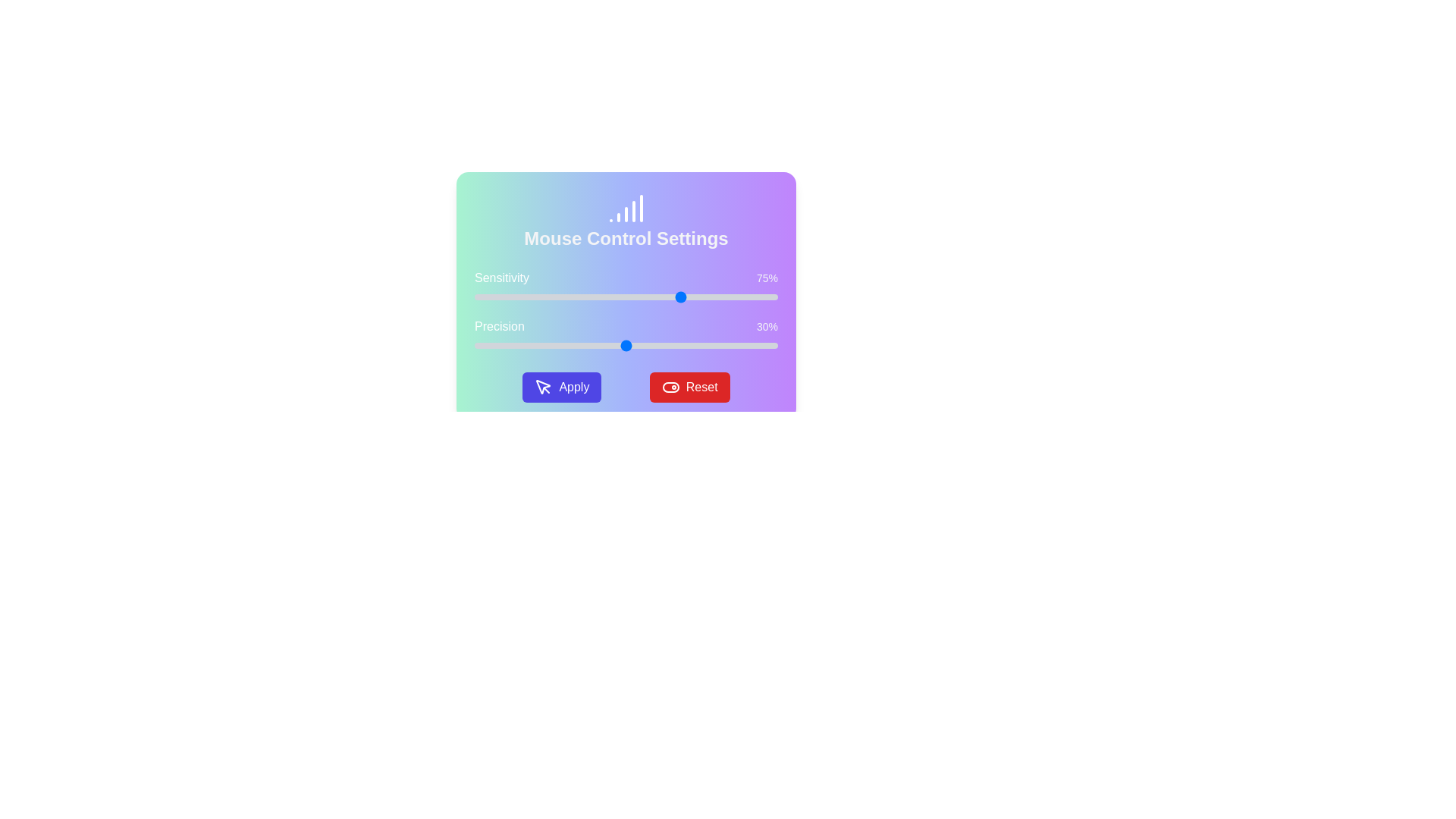 Image resolution: width=1456 pixels, height=819 pixels. I want to click on the 'Reset' button located in the lower right area of the interface, so click(689, 386).